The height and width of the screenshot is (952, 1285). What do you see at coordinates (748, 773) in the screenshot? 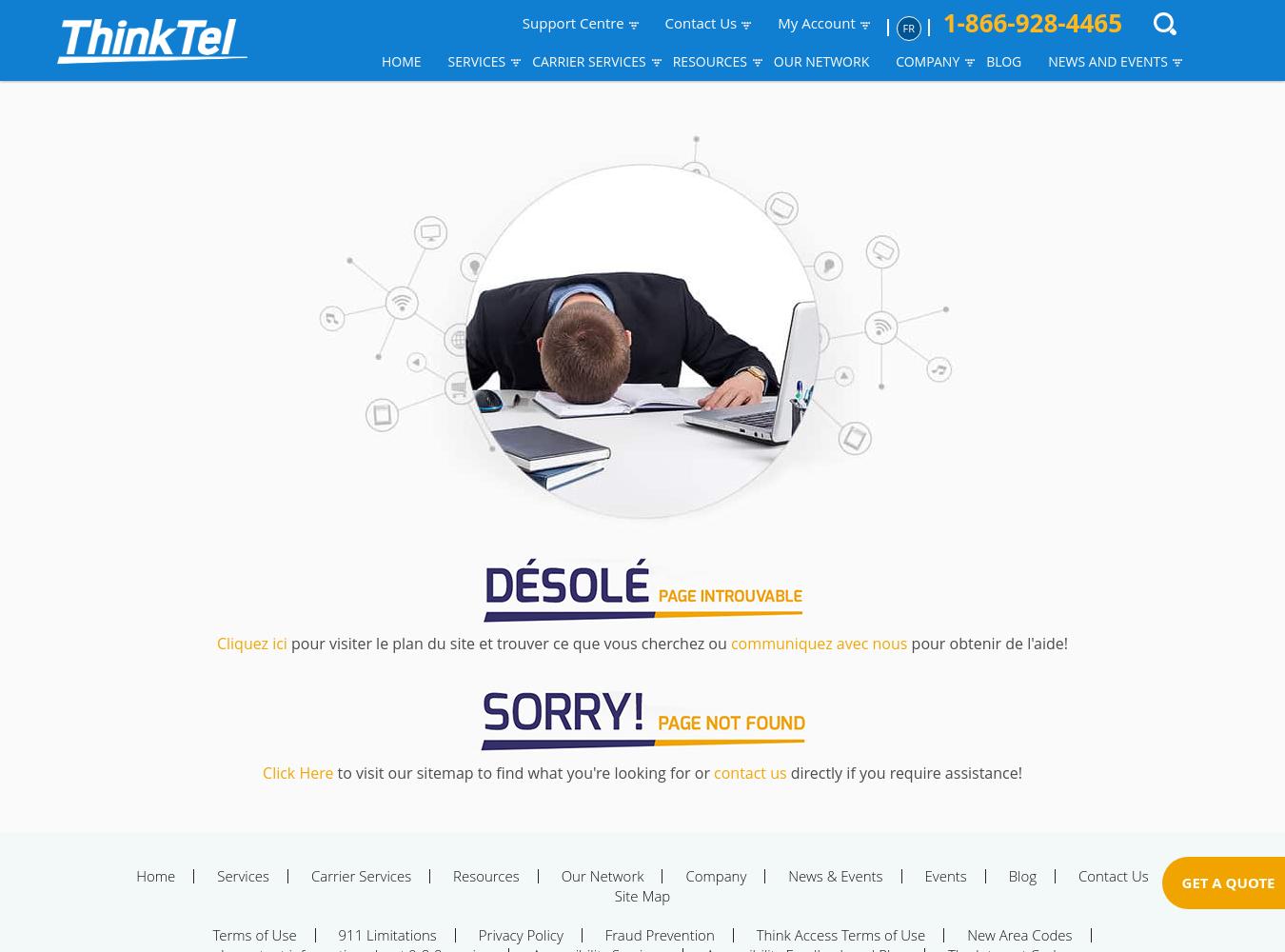
I see `'contact us'` at bounding box center [748, 773].